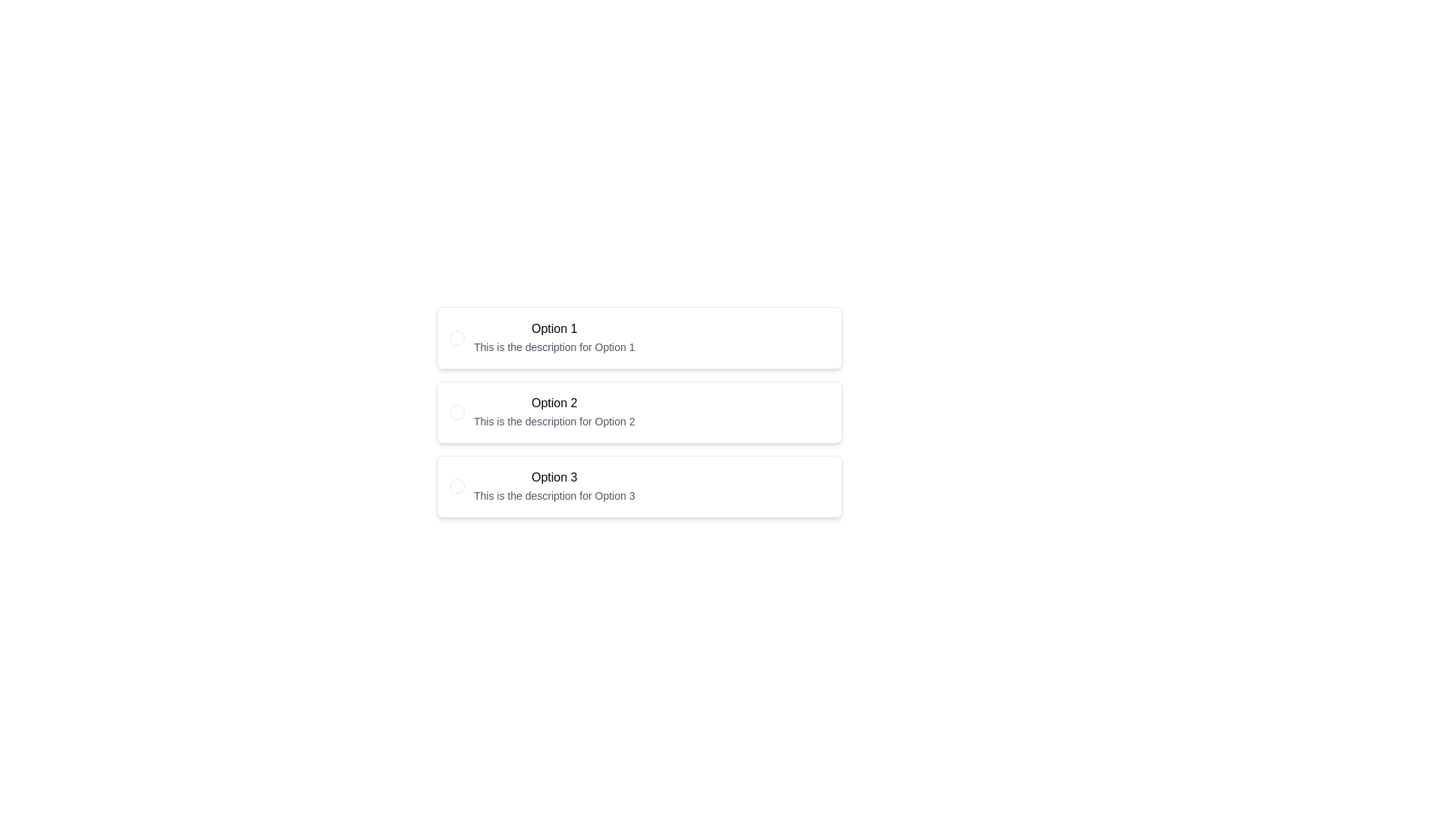  Describe the element at coordinates (639, 412) in the screenshot. I see `the second option in the vertically stacked Radio option group` at that location.